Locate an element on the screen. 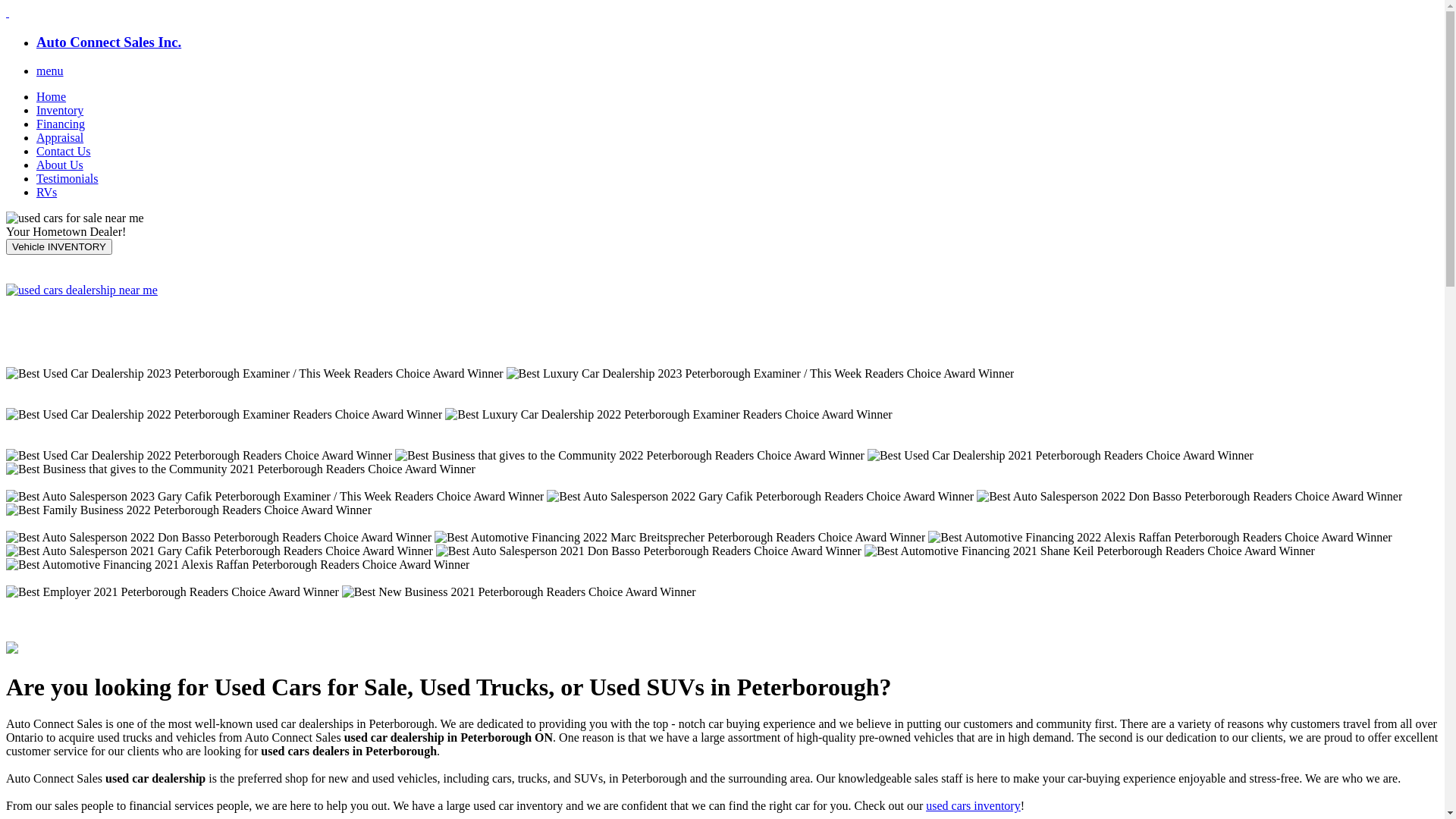  'Appraisal' is located at coordinates (59, 137).